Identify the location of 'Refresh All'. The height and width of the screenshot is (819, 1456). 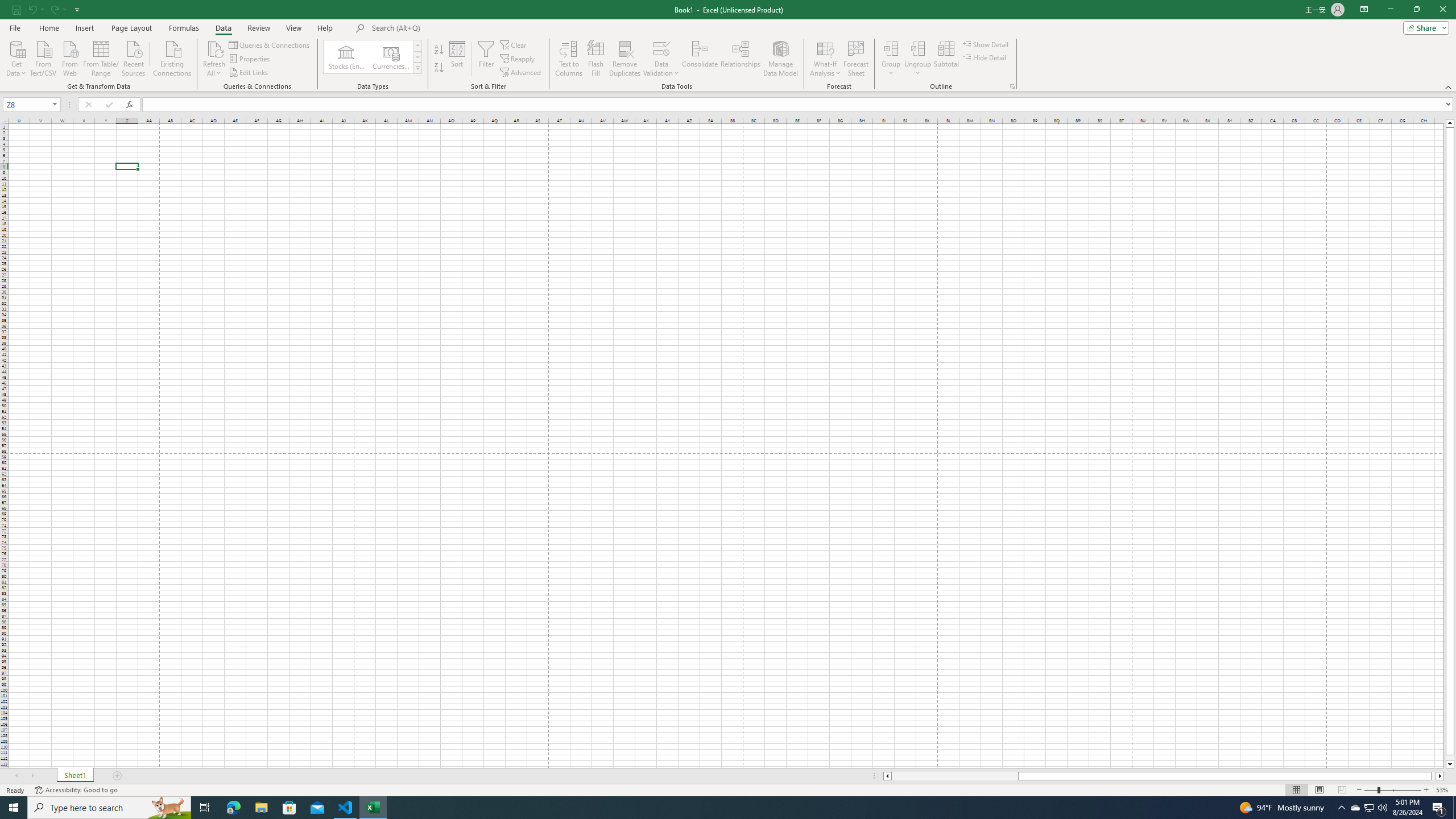
(214, 59).